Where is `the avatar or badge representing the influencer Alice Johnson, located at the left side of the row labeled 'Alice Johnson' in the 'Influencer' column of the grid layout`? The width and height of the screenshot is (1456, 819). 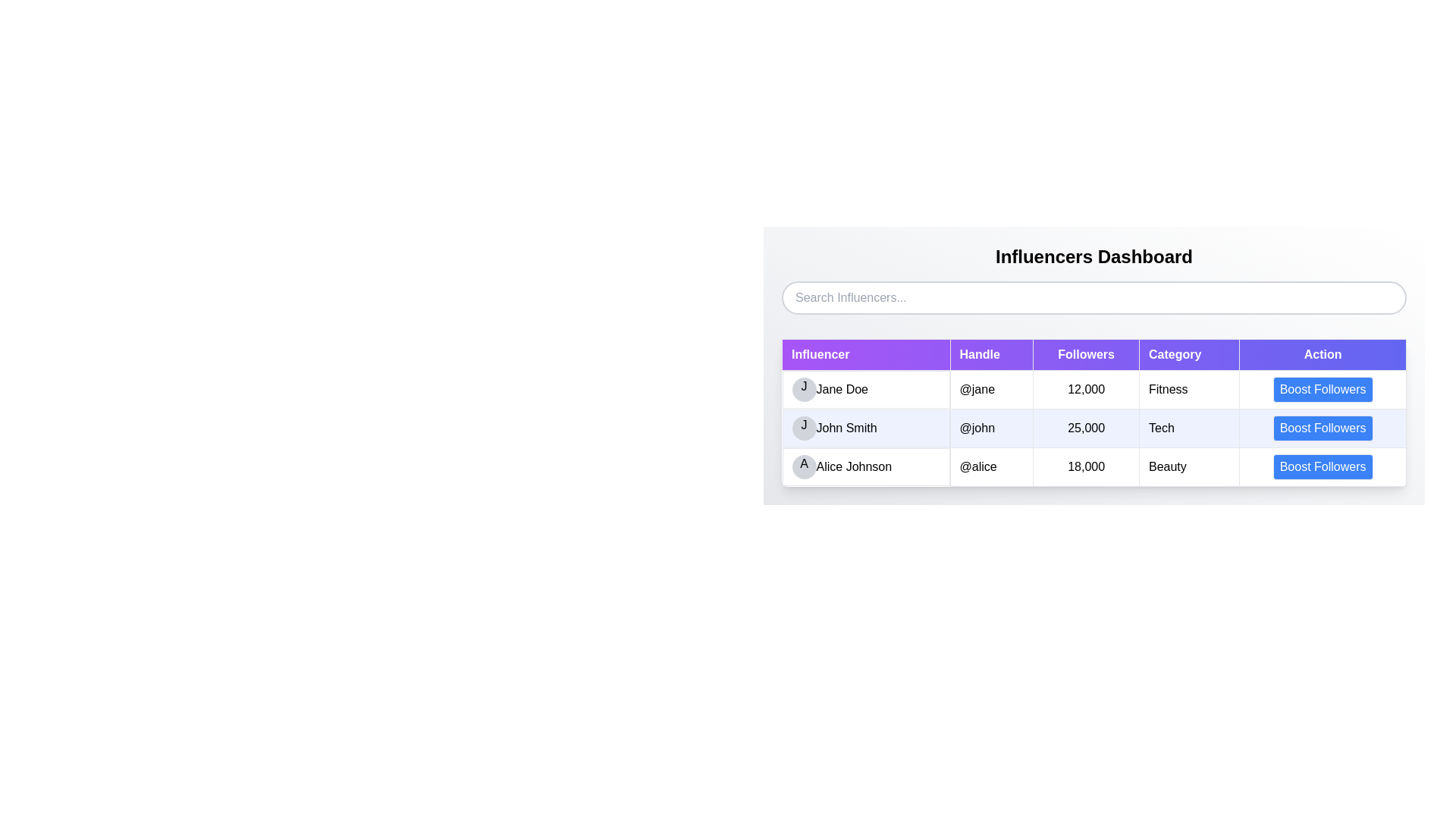 the avatar or badge representing the influencer Alice Johnson, located at the left side of the row labeled 'Alice Johnson' in the 'Influencer' column of the grid layout is located at coordinates (803, 466).